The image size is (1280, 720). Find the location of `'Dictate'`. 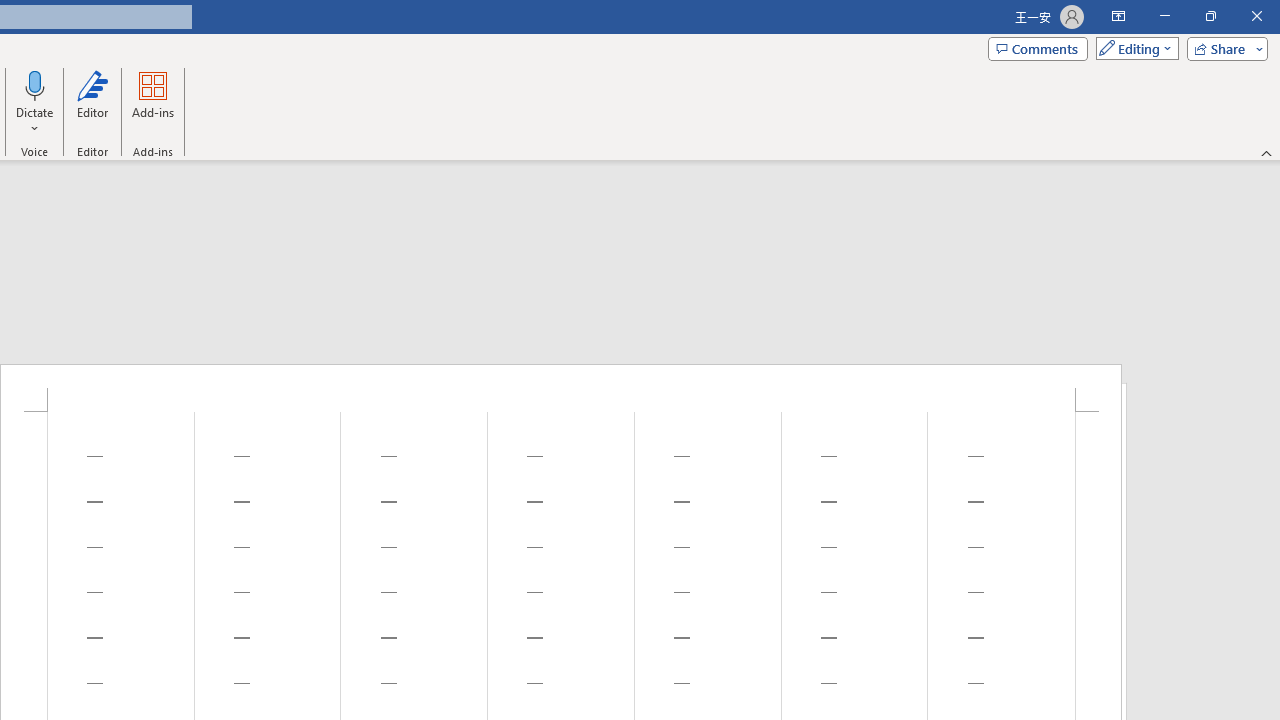

'Dictate' is located at coordinates (35, 103).